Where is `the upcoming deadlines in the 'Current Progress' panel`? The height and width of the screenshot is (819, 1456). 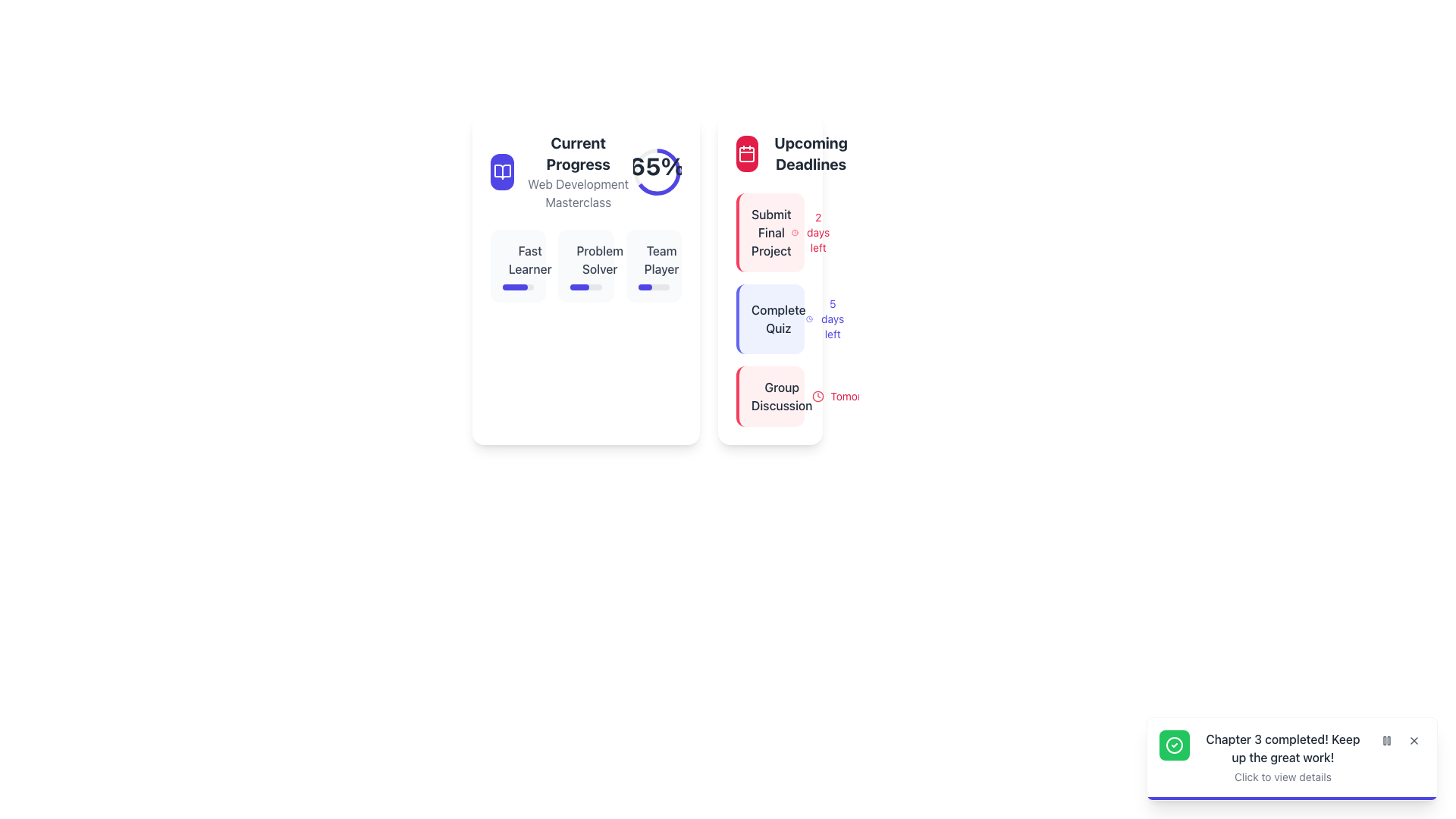
the upcoming deadlines in the 'Current Progress' panel is located at coordinates (648, 280).